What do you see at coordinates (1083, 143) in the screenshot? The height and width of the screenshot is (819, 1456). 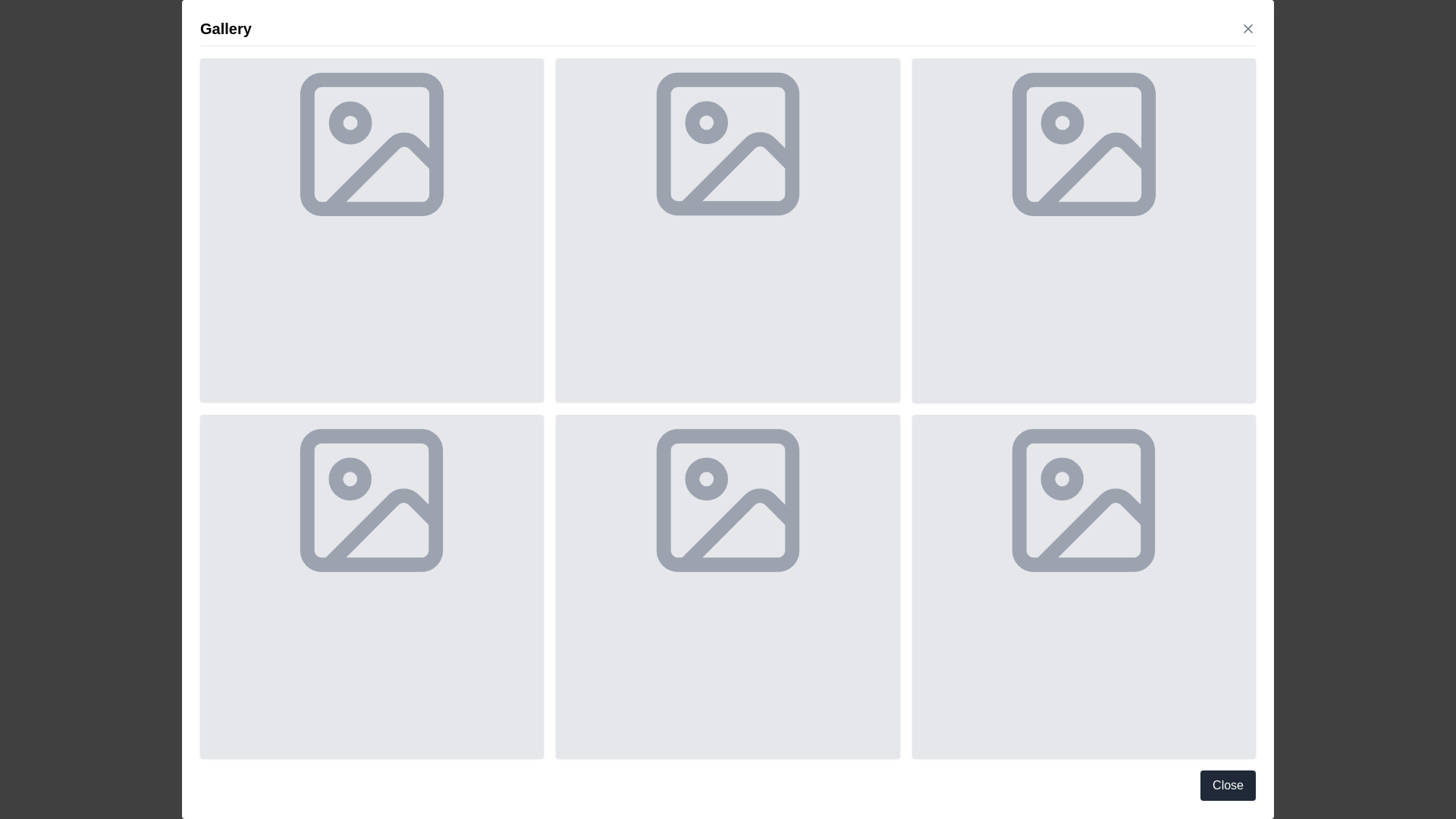 I see `the minimalistic light gray icon located in the top row, third position from the left in a 3x2 grid layout` at bounding box center [1083, 143].